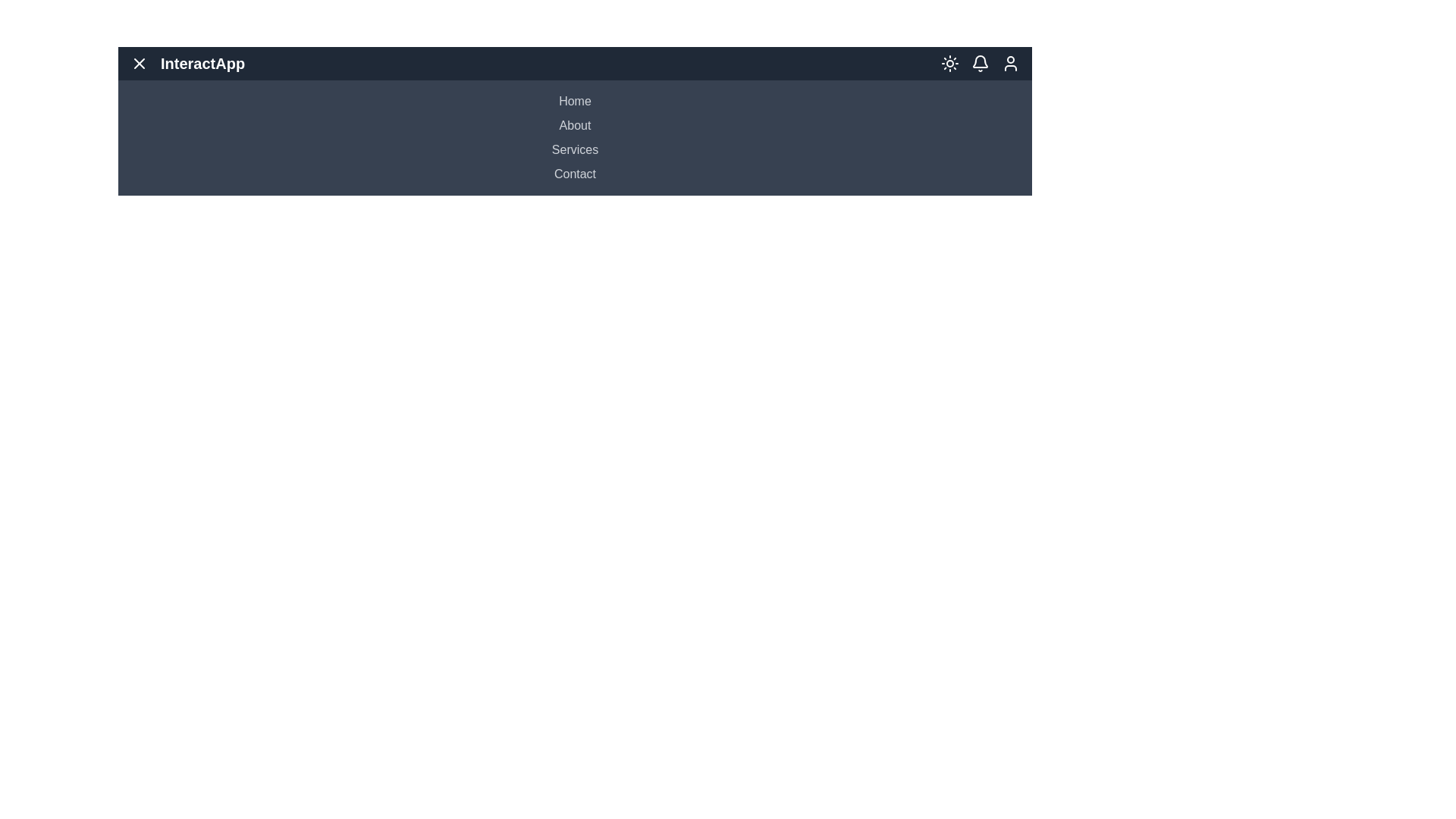 This screenshot has height=819, width=1456. I want to click on the menu item Home to navigate to the respective section, so click(574, 102).